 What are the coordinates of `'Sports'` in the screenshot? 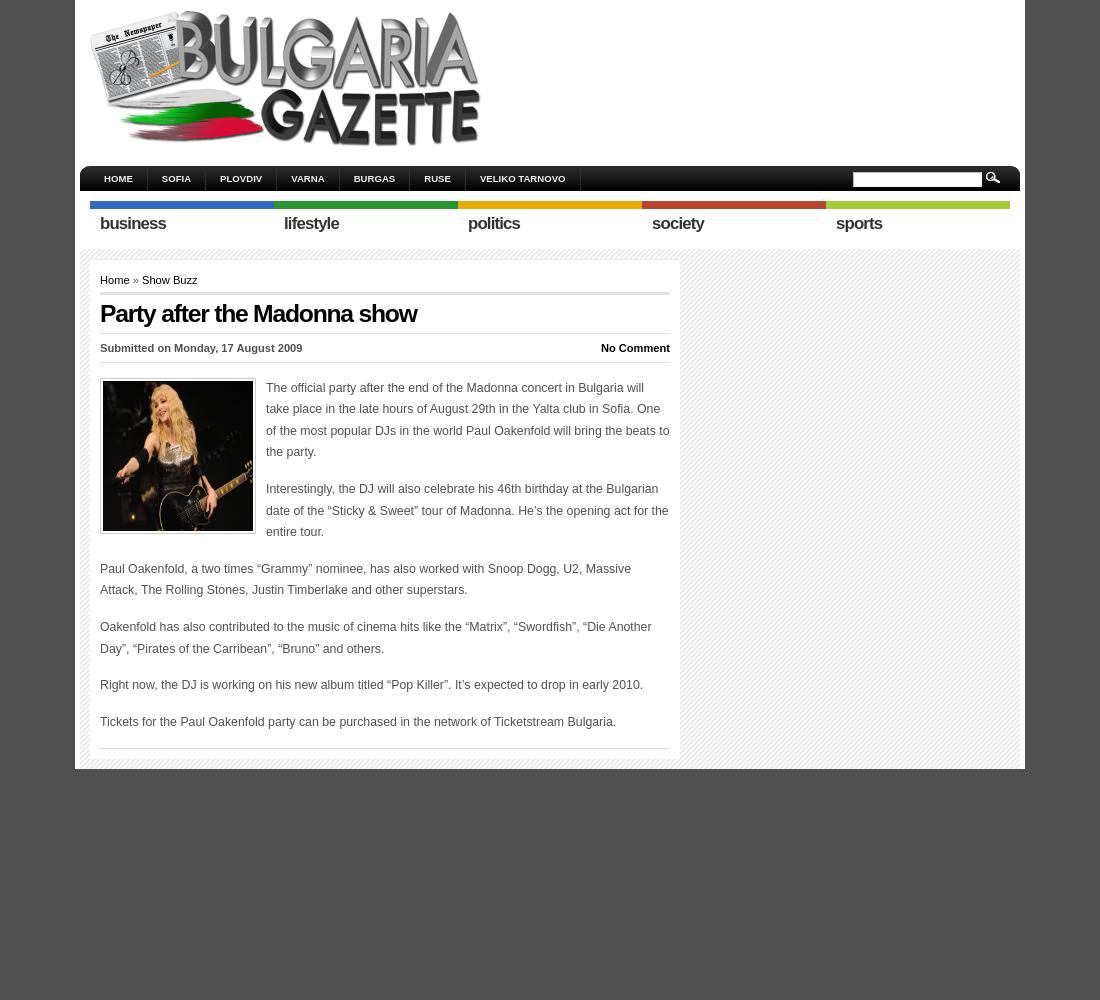 It's located at (835, 222).